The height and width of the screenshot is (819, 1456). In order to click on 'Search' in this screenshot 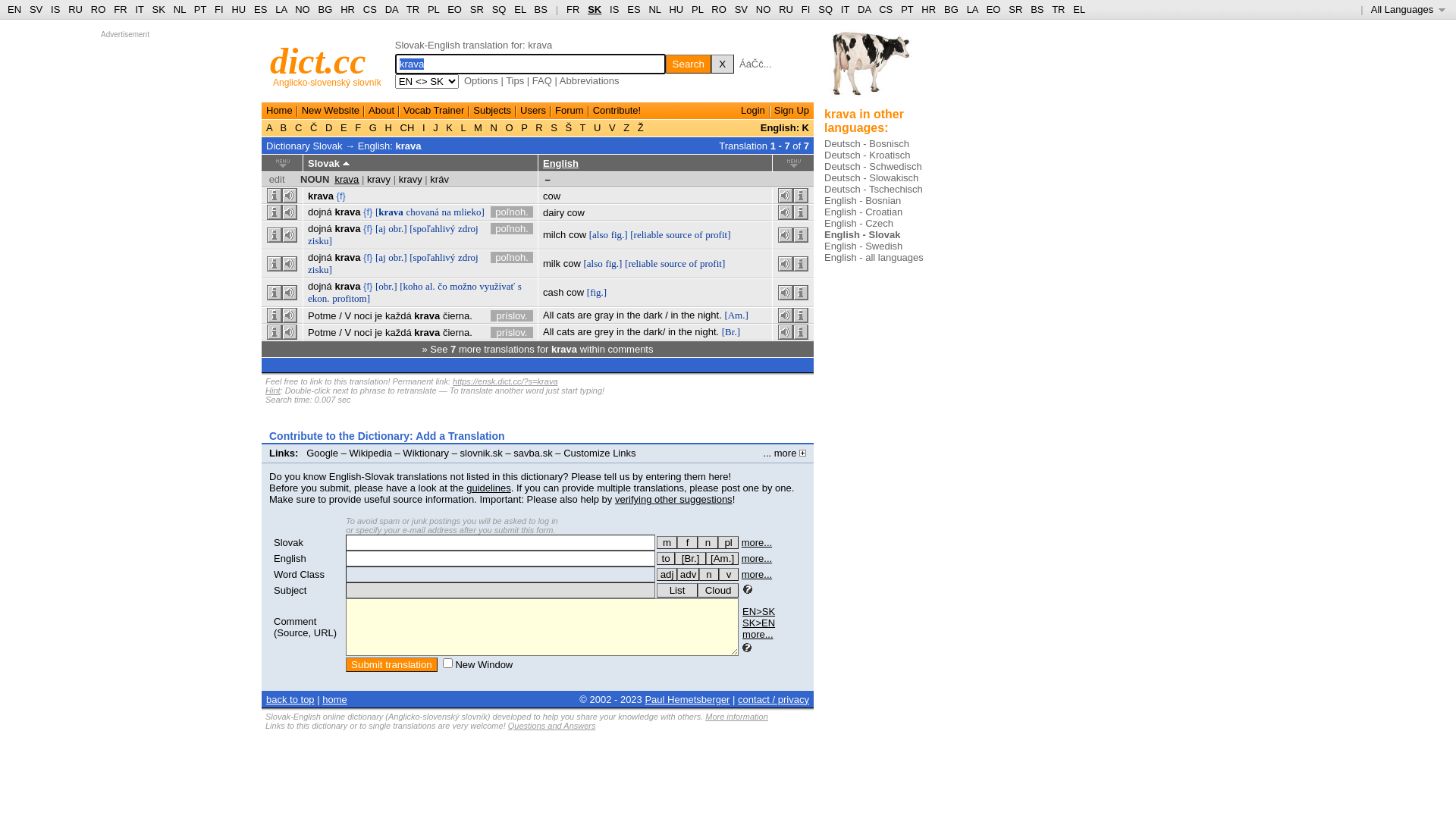, I will do `click(666, 63)`.